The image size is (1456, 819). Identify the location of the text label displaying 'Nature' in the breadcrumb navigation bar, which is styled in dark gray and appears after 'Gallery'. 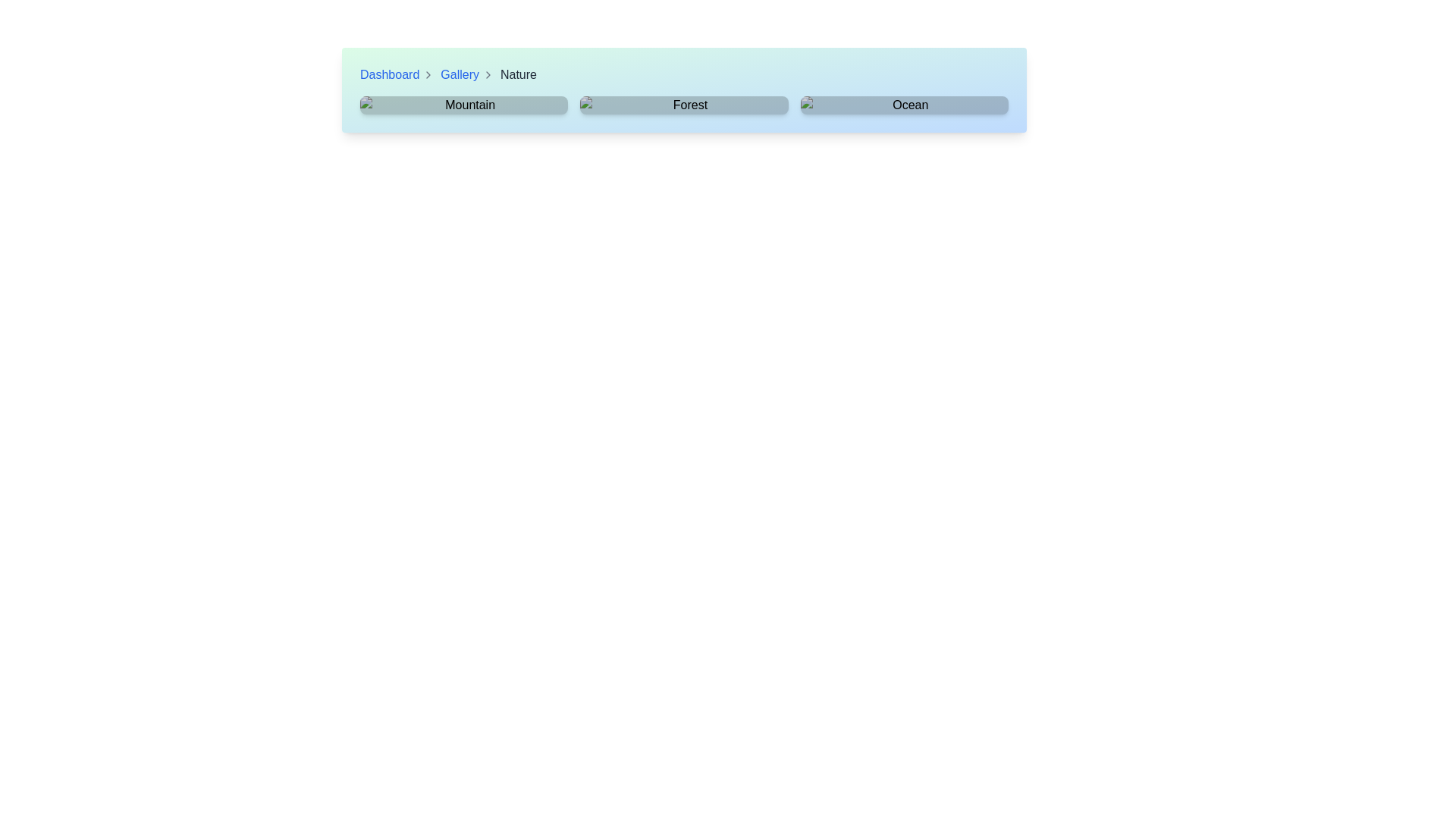
(518, 75).